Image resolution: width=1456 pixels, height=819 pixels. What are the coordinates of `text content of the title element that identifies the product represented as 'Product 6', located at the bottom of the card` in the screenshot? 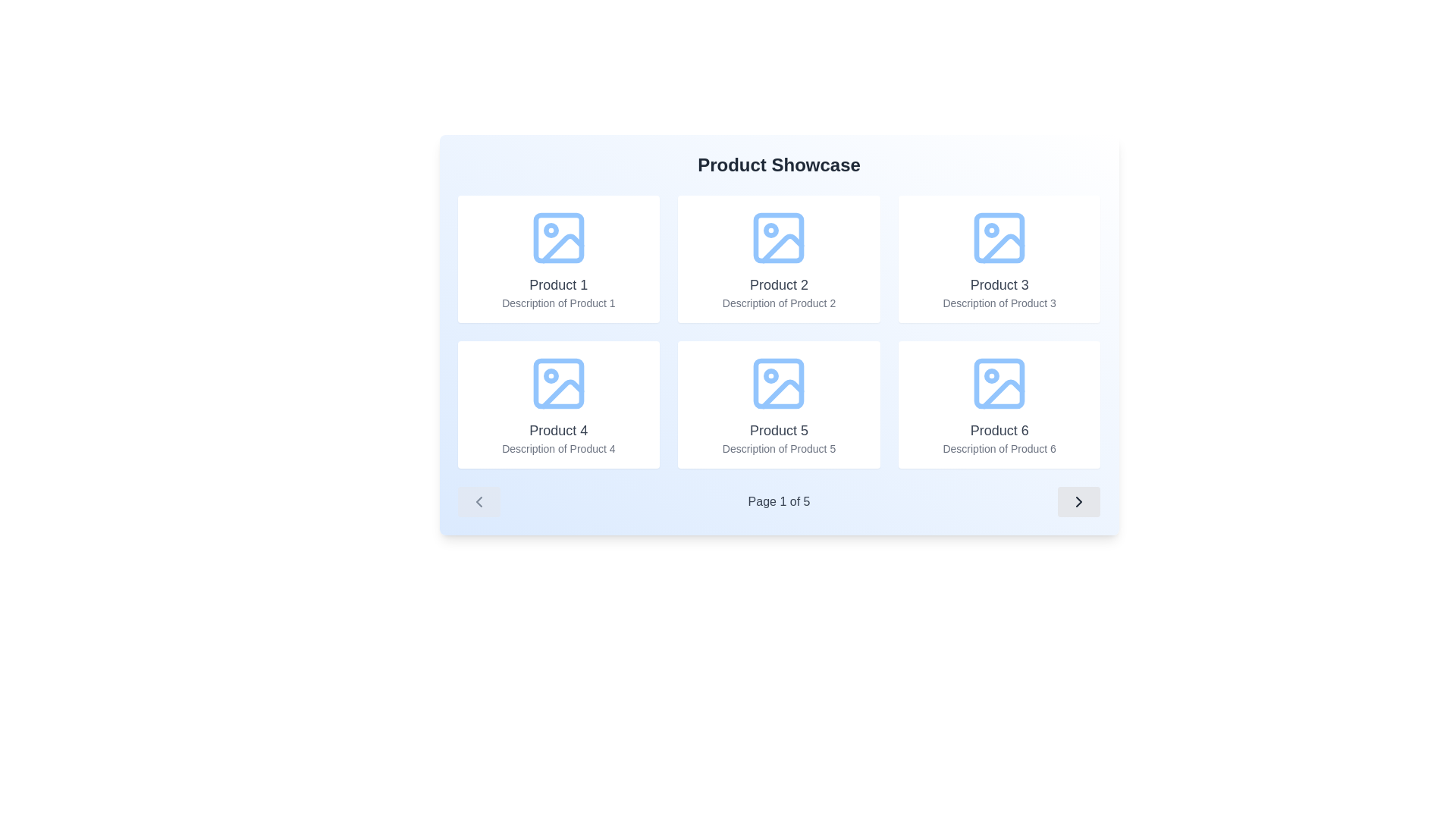 It's located at (999, 430).